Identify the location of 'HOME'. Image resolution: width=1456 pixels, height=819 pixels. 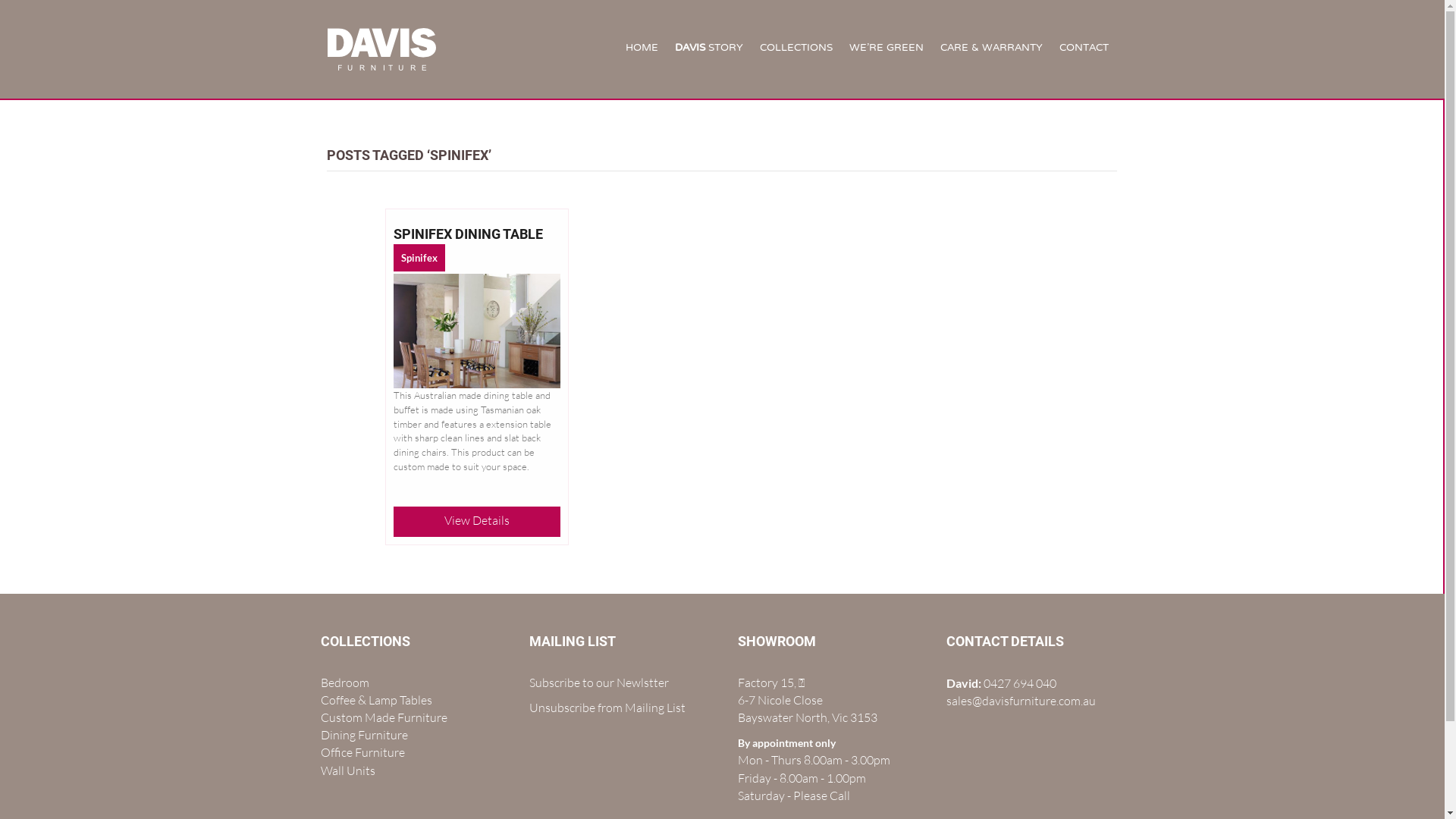
(642, 49).